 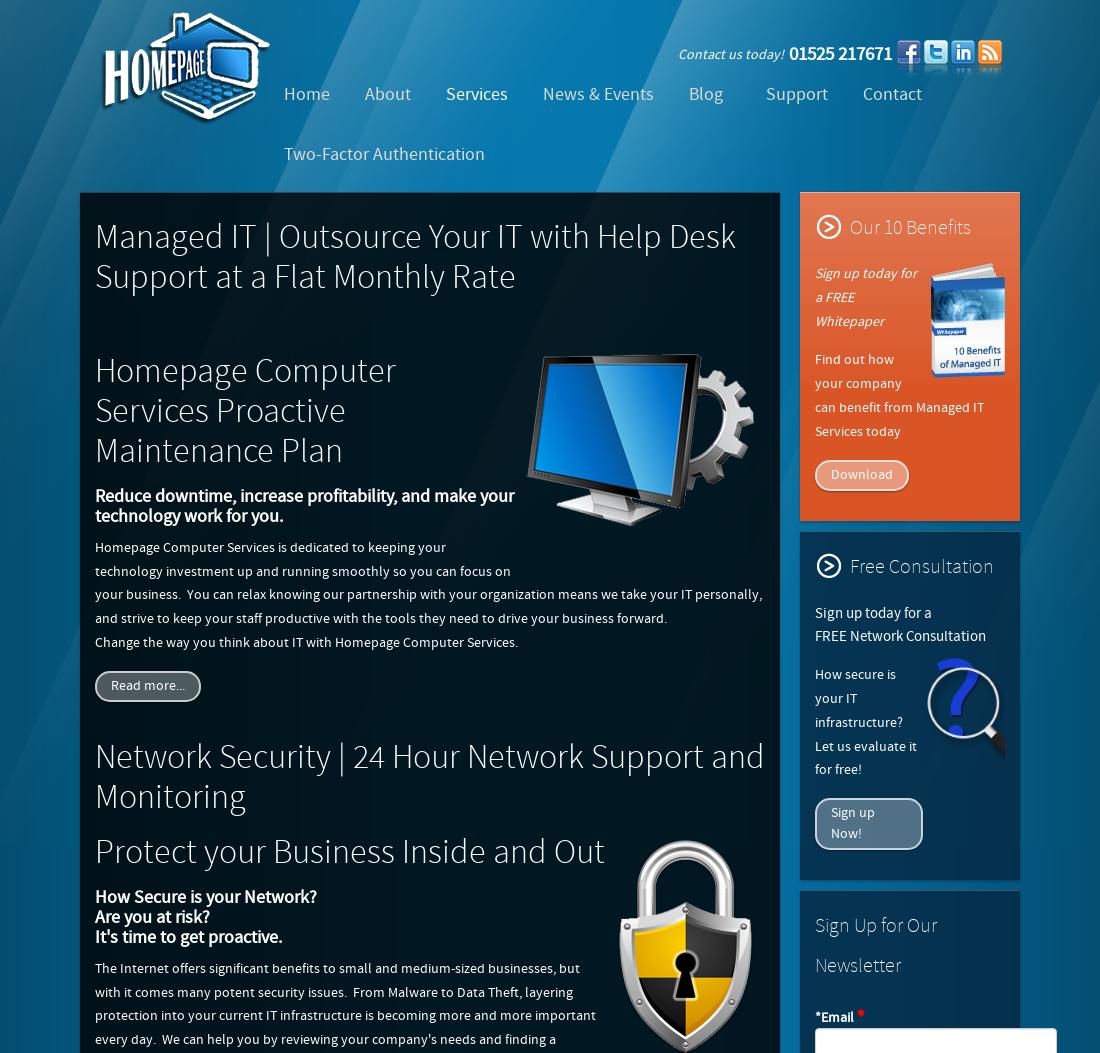 What do you see at coordinates (865, 756) in the screenshot?
I see `'Let us evaluate it for free!'` at bounding box center [865, 756].